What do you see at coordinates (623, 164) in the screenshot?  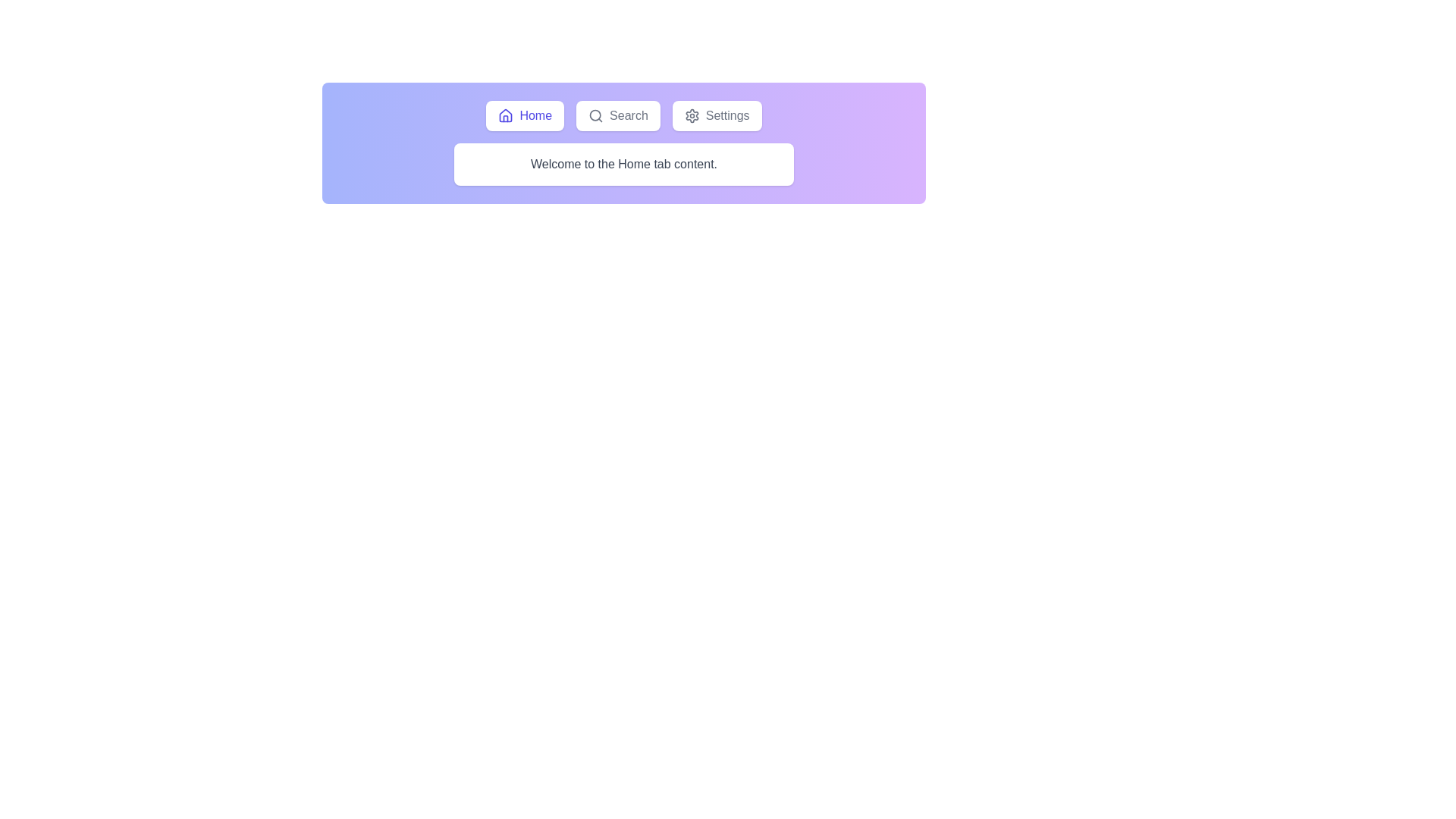 I see `the text label providing context or welcome information for the 'Home' section, which is centered below the navigation bar in a white rectangular box` at bounding box center [623, 164].